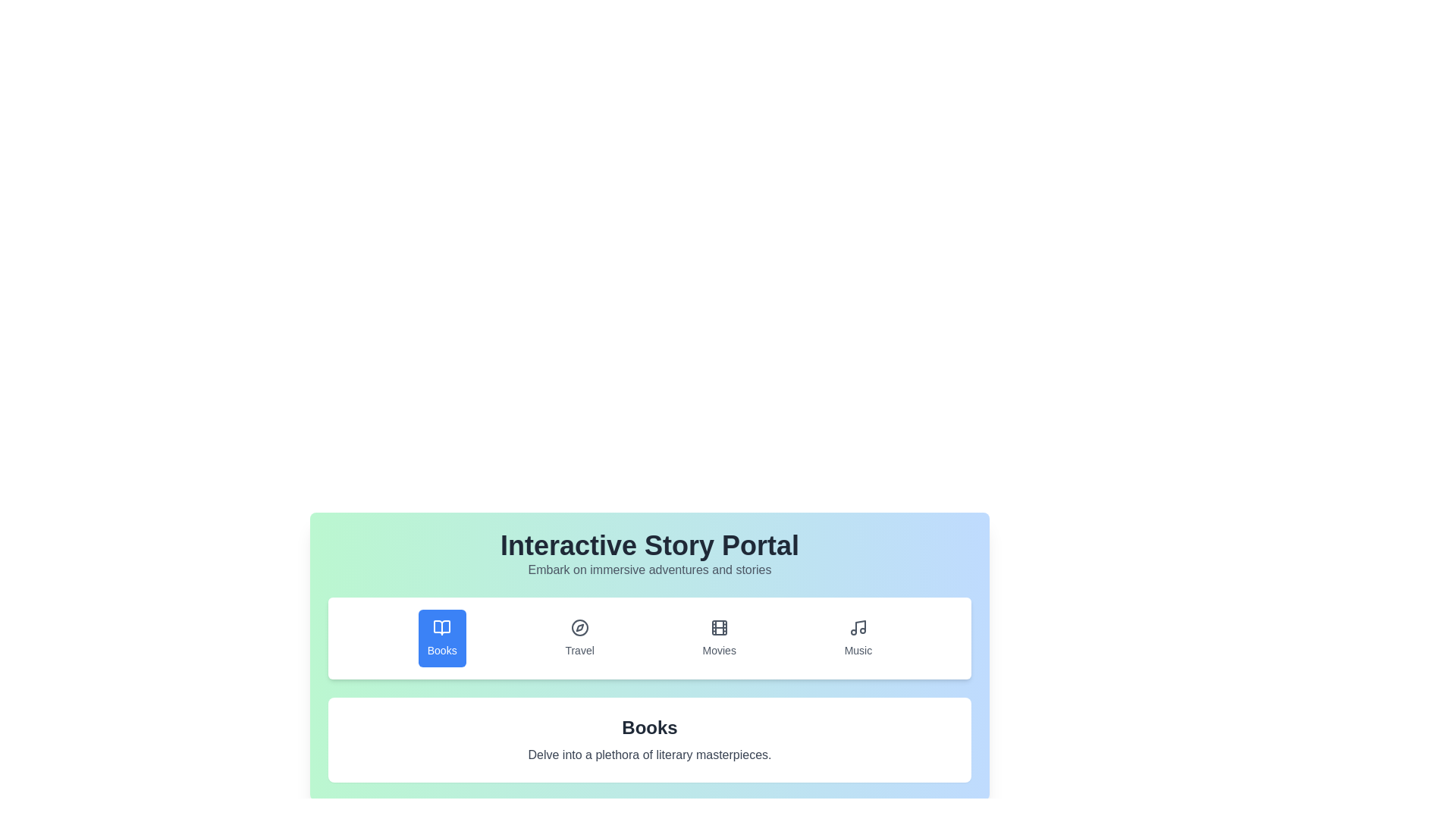 Image resolution: width=1456 pixels, height=819 pixels. What do you see at coordinates (650, 546) in the screenshot?
I see `the prominently styled heading text 'Interactive Story Portal', which is centered at the top of the interface and has a bold, large font in dark gray on a light background` at bounding box center [650, 546].